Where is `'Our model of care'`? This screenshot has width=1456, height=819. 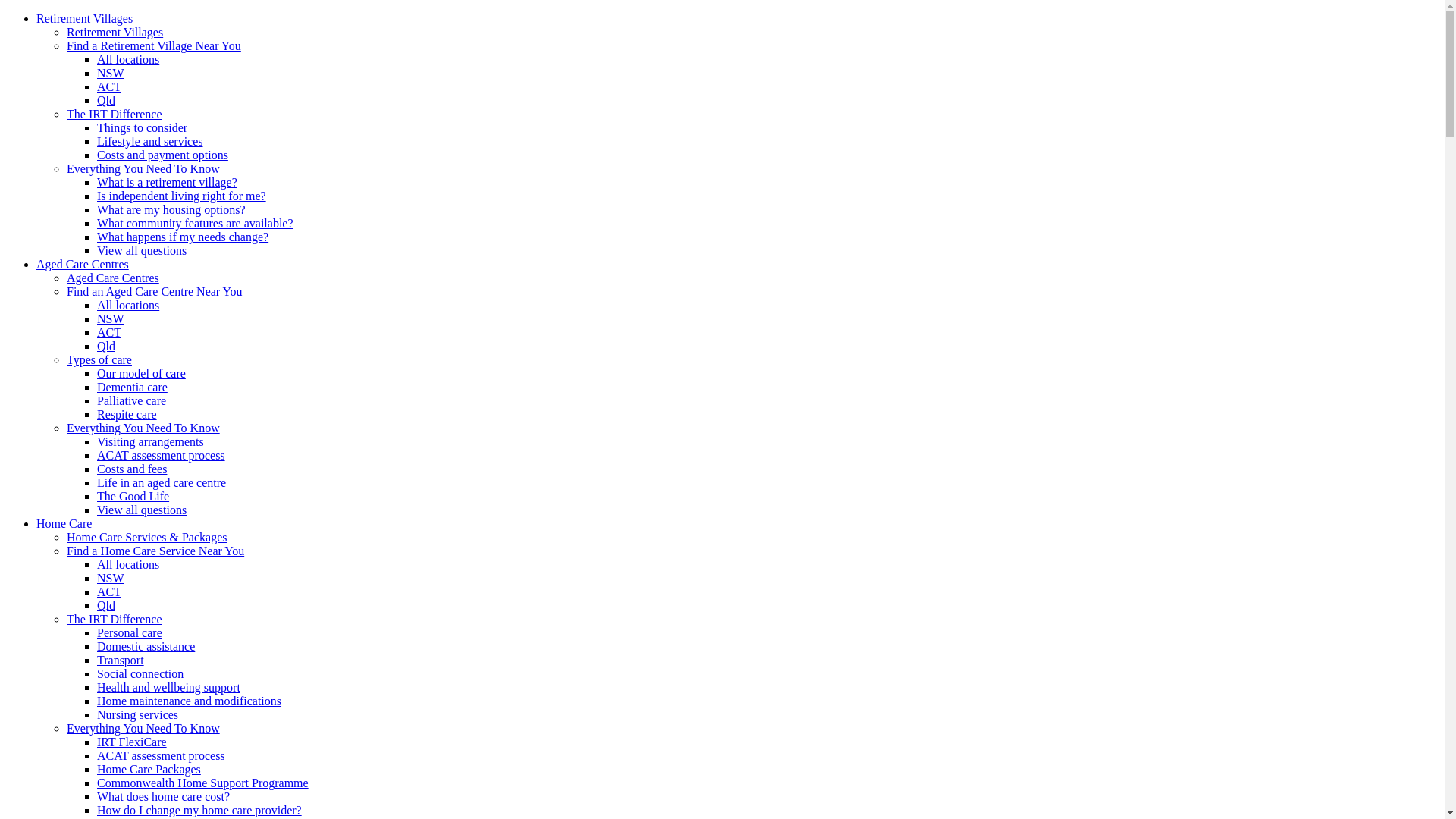 'Our model of care' is located at coordinates (141, 373).